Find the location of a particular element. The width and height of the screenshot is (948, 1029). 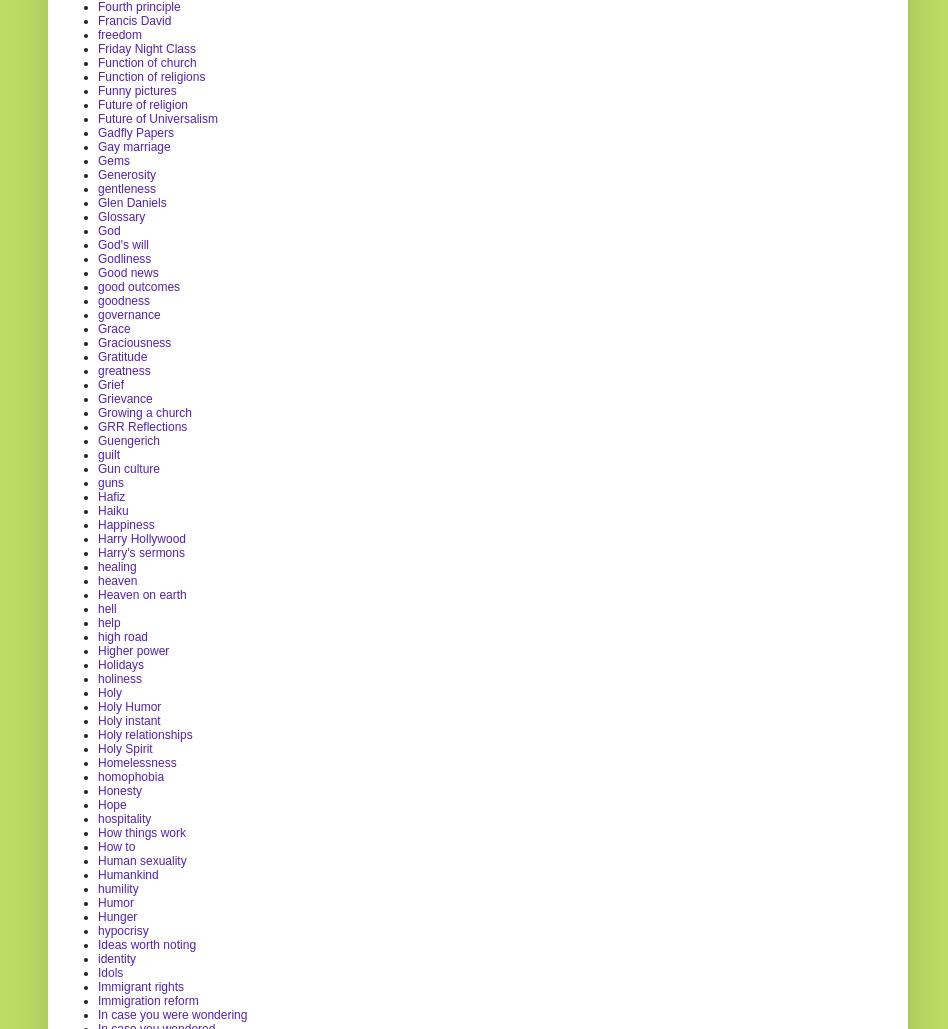

'heaven' is located at coordinates (98, 579).